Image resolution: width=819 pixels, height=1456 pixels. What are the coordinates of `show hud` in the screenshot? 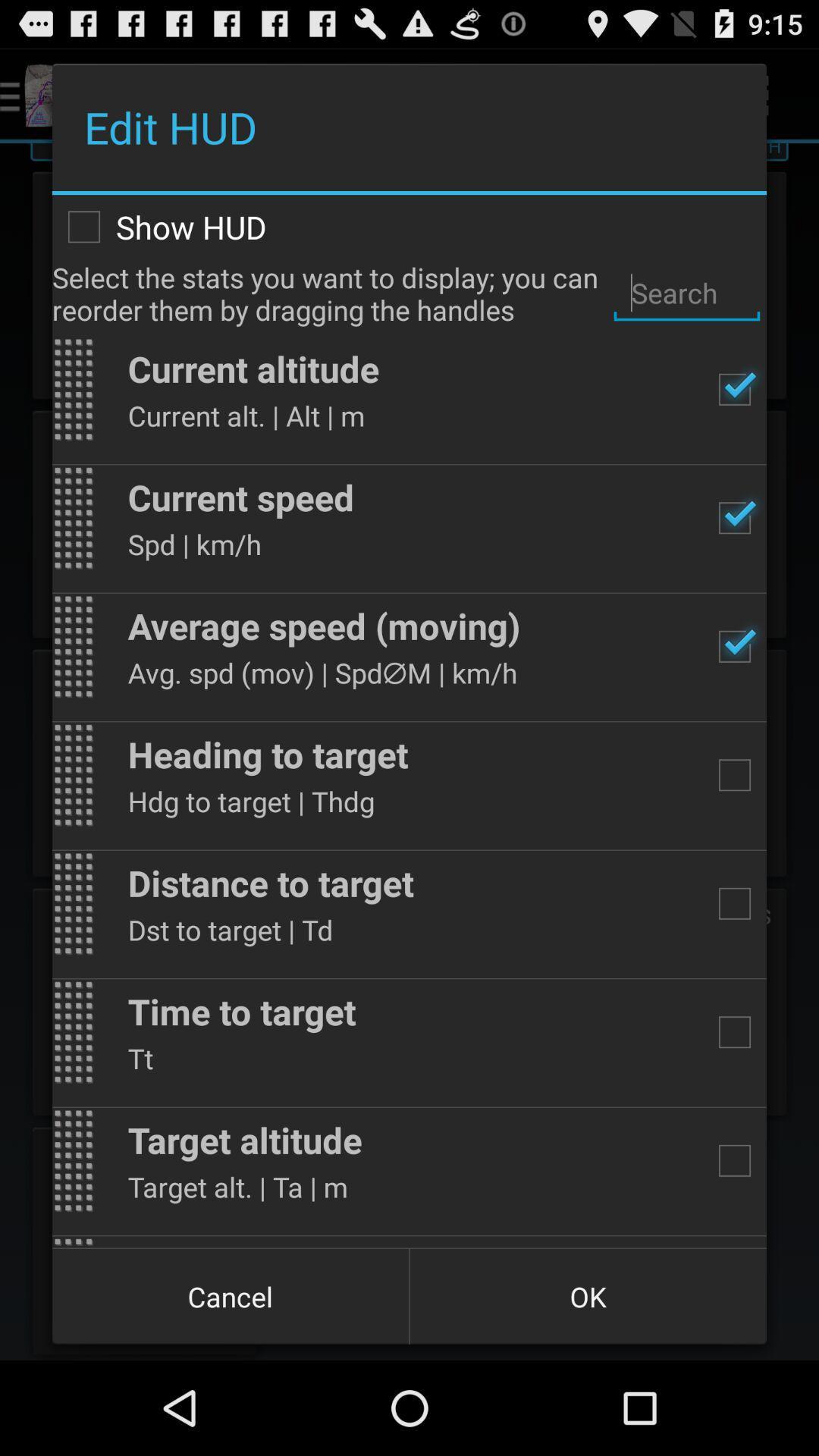 It's located at (409, 226).